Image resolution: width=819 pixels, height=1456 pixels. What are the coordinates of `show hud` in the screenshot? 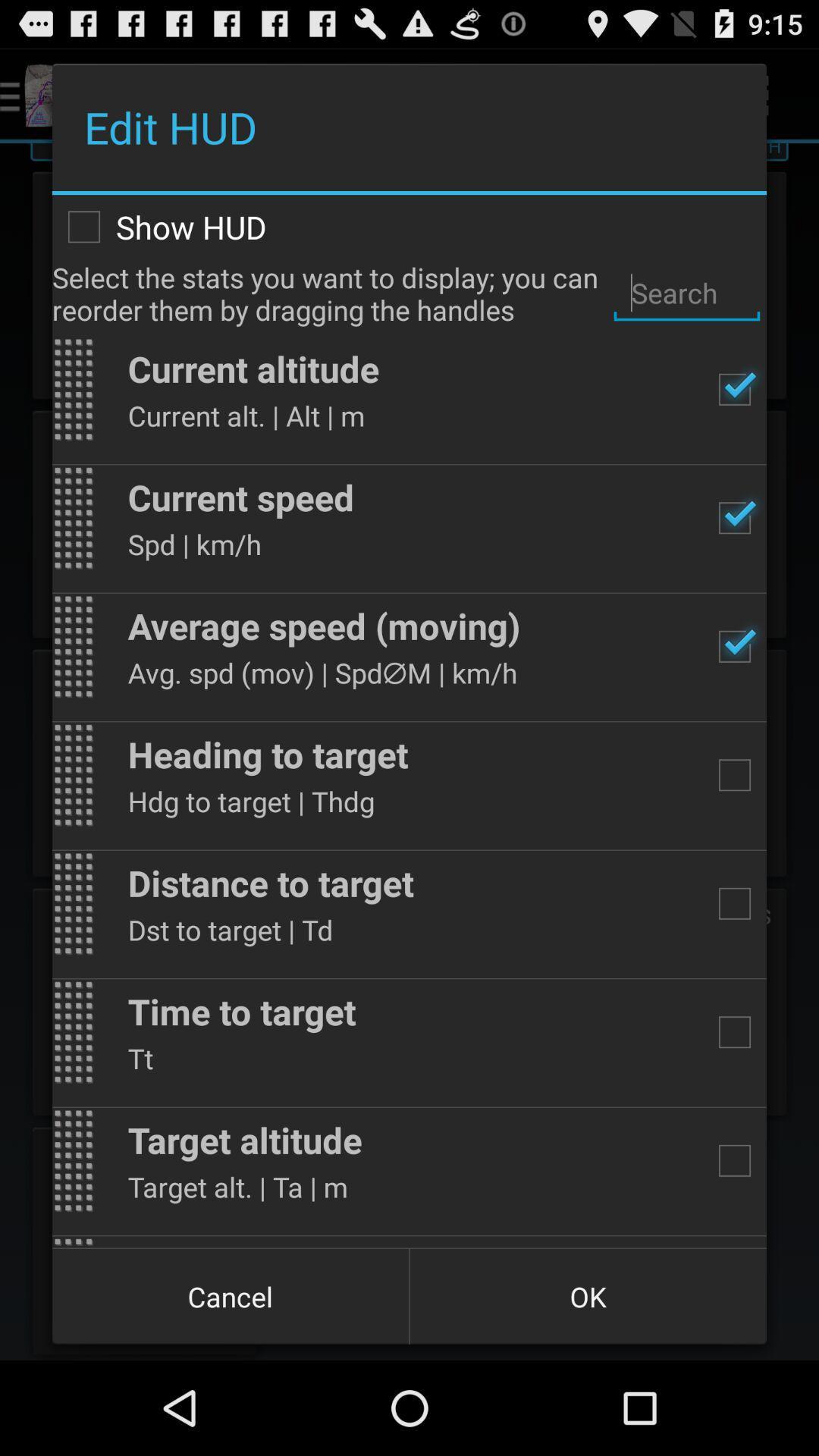 It's located at (409, 226).